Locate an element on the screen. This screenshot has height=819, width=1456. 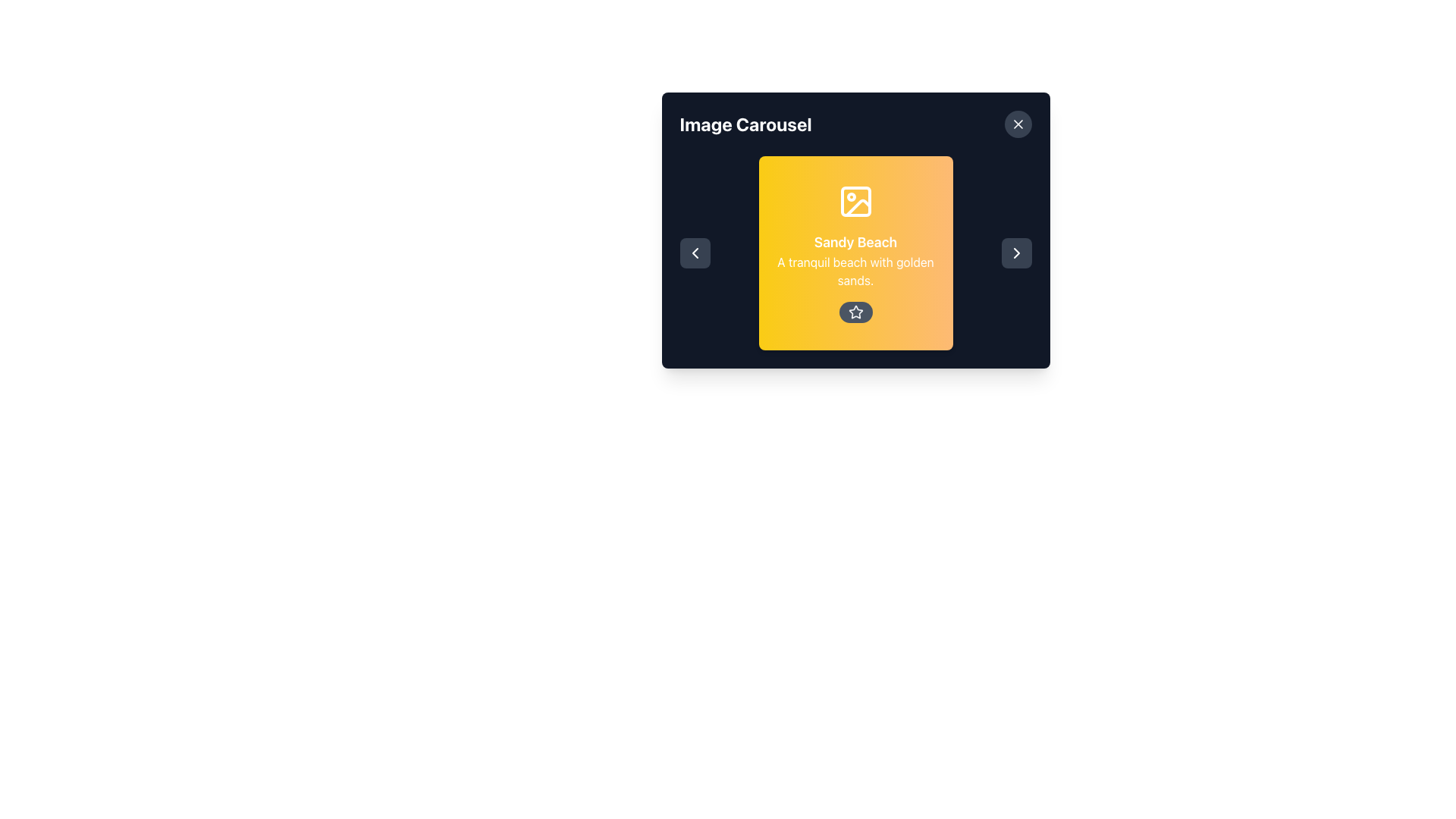
the small chevron icon styled as a right-arrow within the rounded button on the right side of the carousel interface is located at coordinates (1016, 253).